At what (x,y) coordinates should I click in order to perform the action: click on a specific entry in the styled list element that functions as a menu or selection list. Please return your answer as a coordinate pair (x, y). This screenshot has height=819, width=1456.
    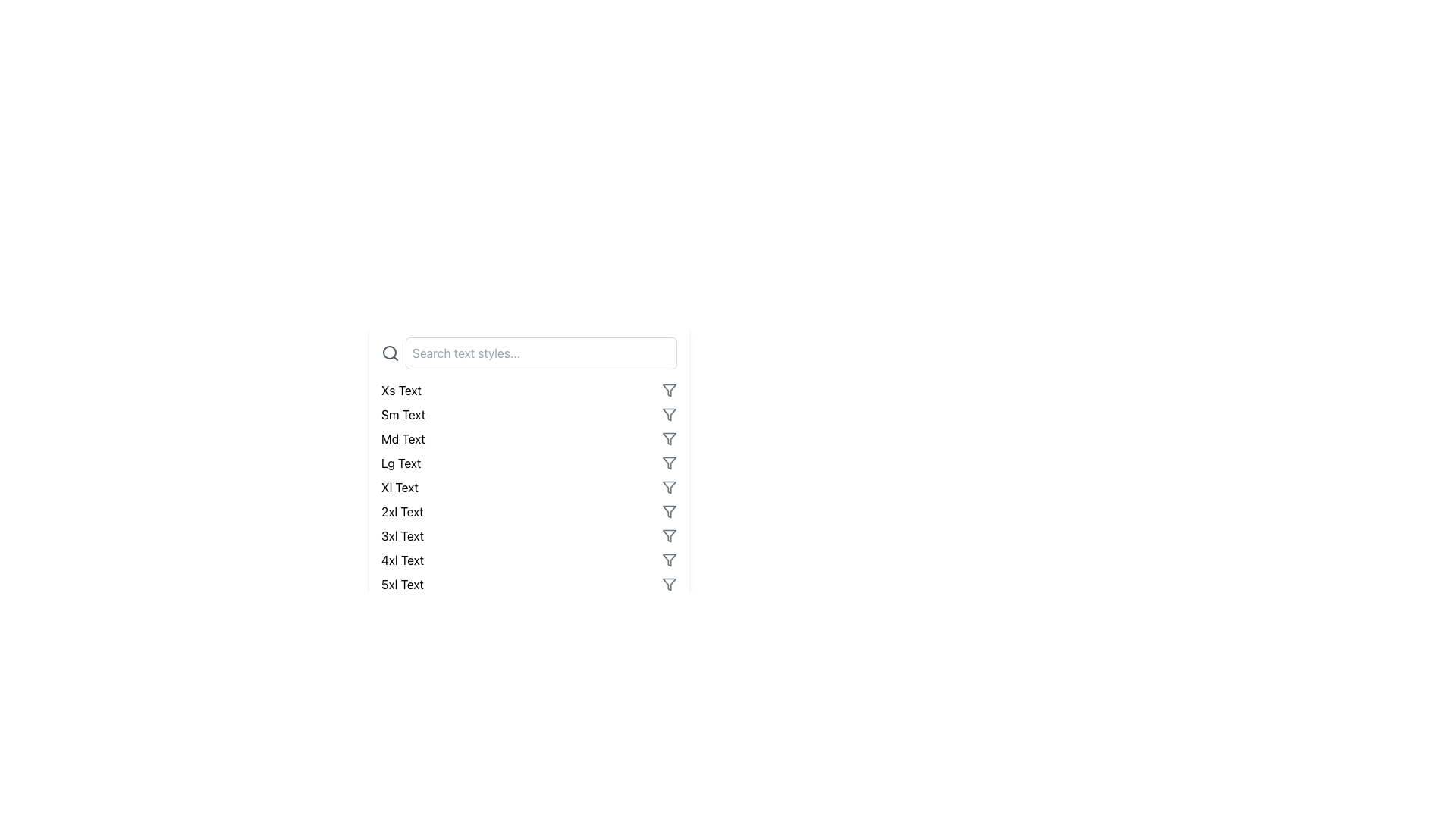
    Looking at the image, I should click on (529, 512).